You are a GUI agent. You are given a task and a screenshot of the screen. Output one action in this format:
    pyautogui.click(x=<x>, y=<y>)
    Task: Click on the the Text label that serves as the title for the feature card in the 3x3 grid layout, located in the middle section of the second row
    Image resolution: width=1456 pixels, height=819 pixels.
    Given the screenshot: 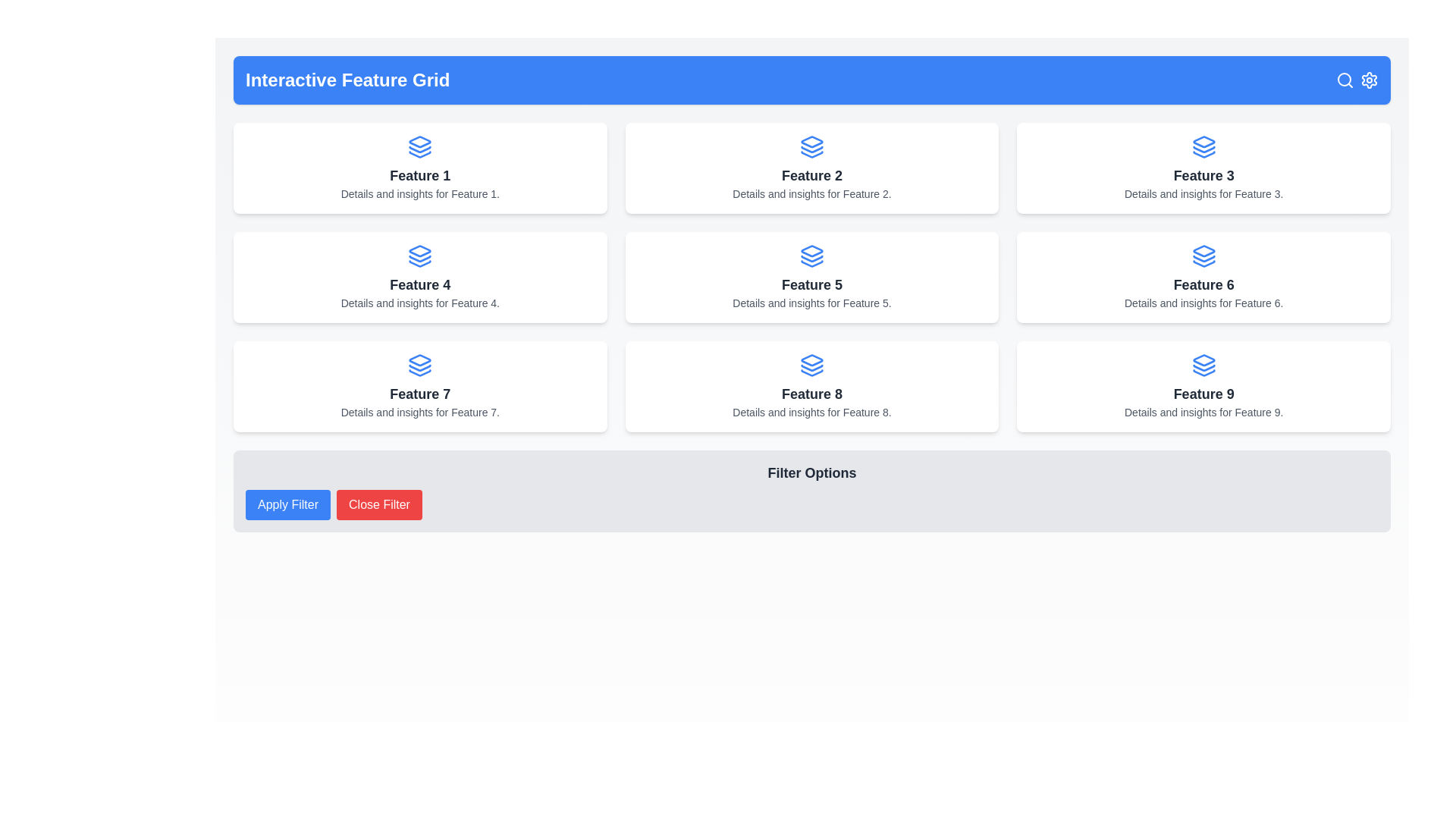 What is the action you would take?
    pyautogui.click(x=1203, y=174)
    